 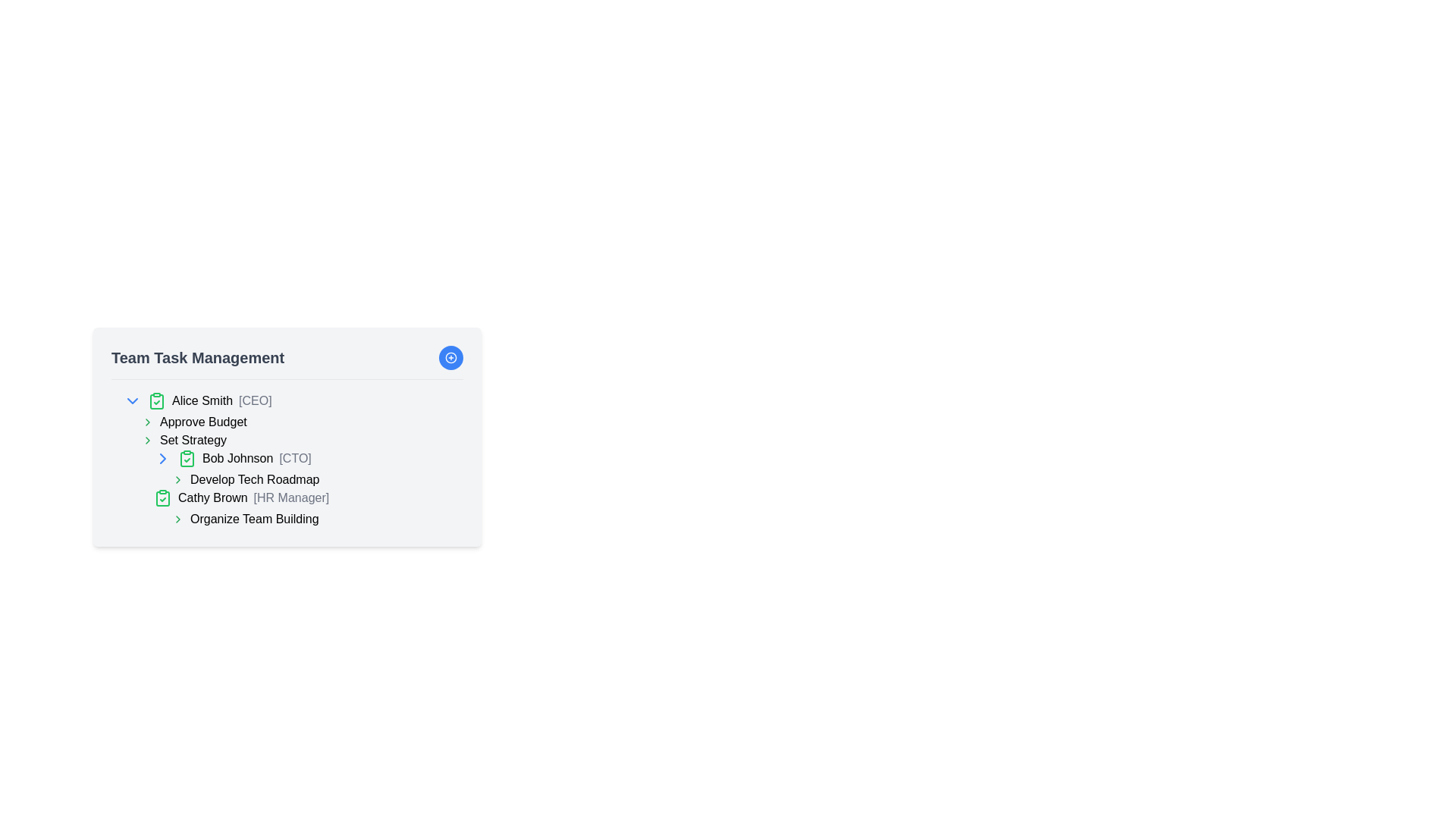 I want to click on the small blue right-facing chevron icon before the text label 'Bob Johnson [CTO]', so click(x=163, y=458).